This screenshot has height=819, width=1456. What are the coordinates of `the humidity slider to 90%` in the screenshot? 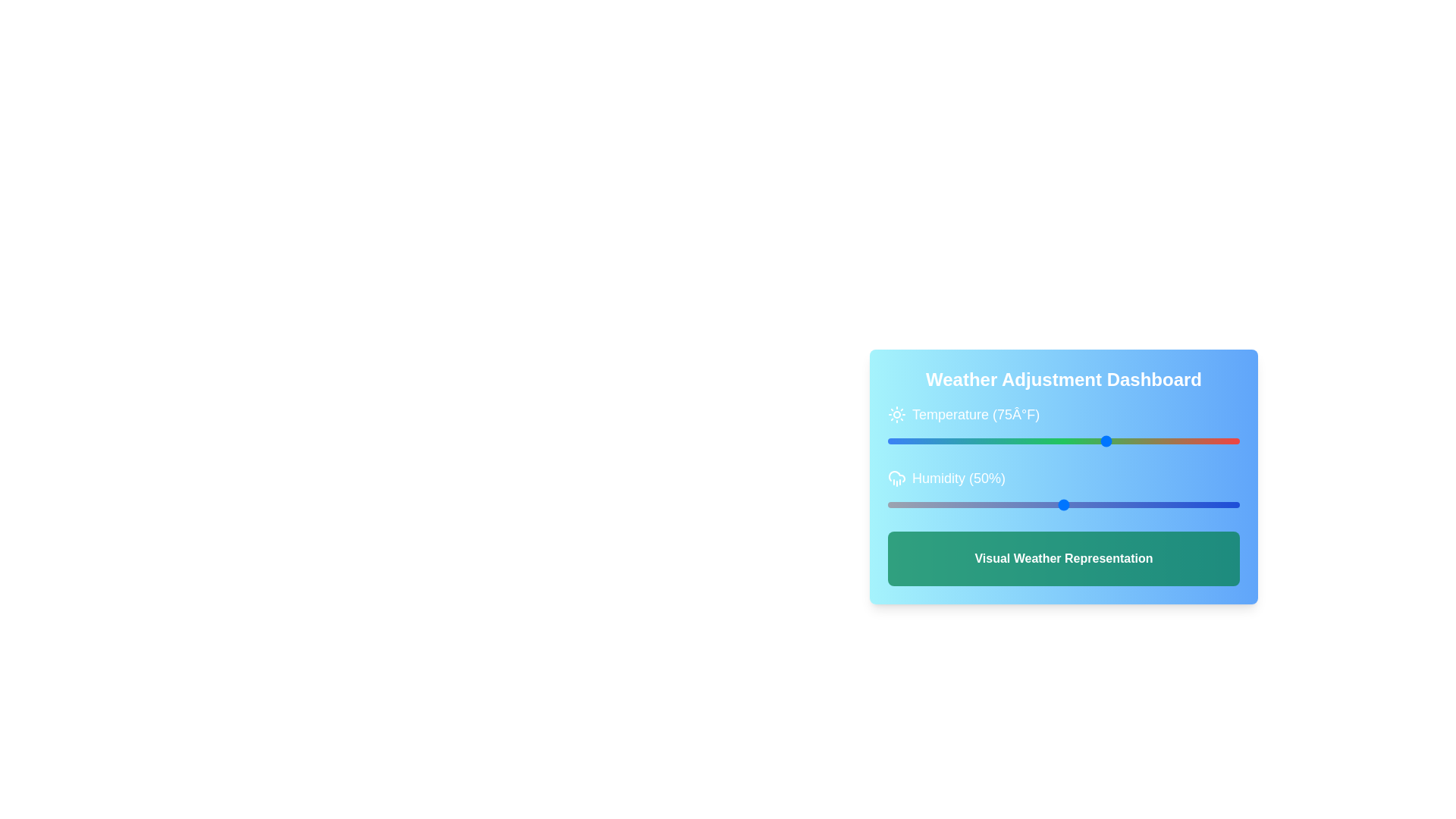 It's located at (1203, 505).